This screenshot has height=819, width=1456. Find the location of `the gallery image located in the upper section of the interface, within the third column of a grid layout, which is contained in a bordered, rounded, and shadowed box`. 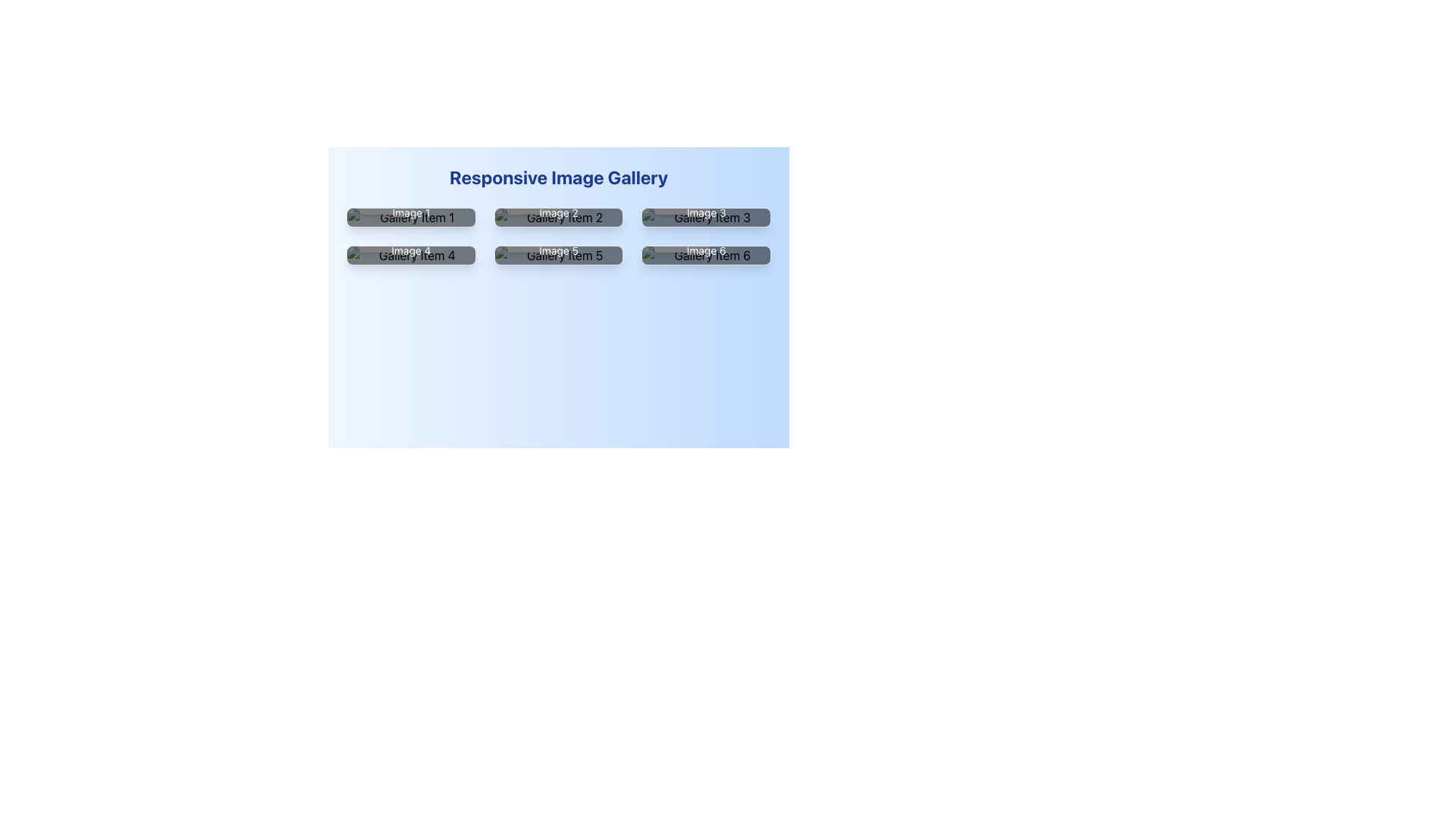

the gallery image located in the upper section of the interface, within the third column of a grid layout, which is contained in a bordered, rounded, and shadowed box is located at coordinates (705, 217).